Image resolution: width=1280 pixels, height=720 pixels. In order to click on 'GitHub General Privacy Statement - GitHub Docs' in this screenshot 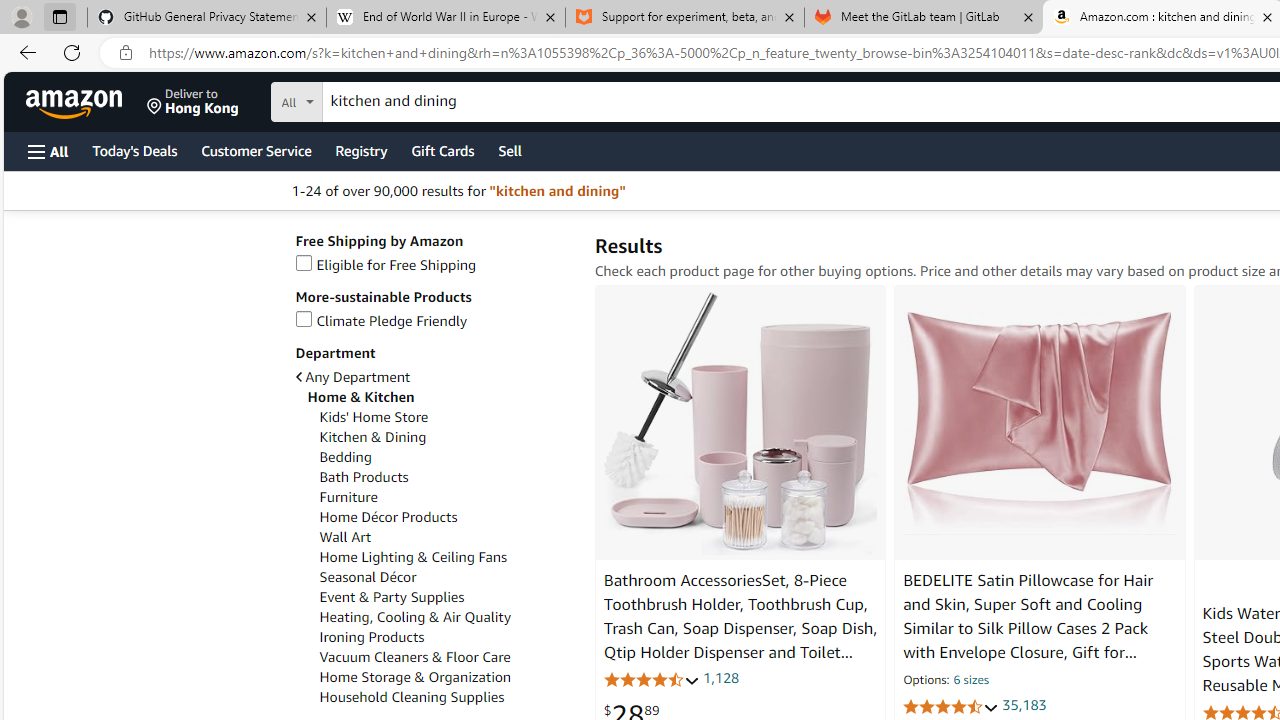, I will do `click(207, 17)`.